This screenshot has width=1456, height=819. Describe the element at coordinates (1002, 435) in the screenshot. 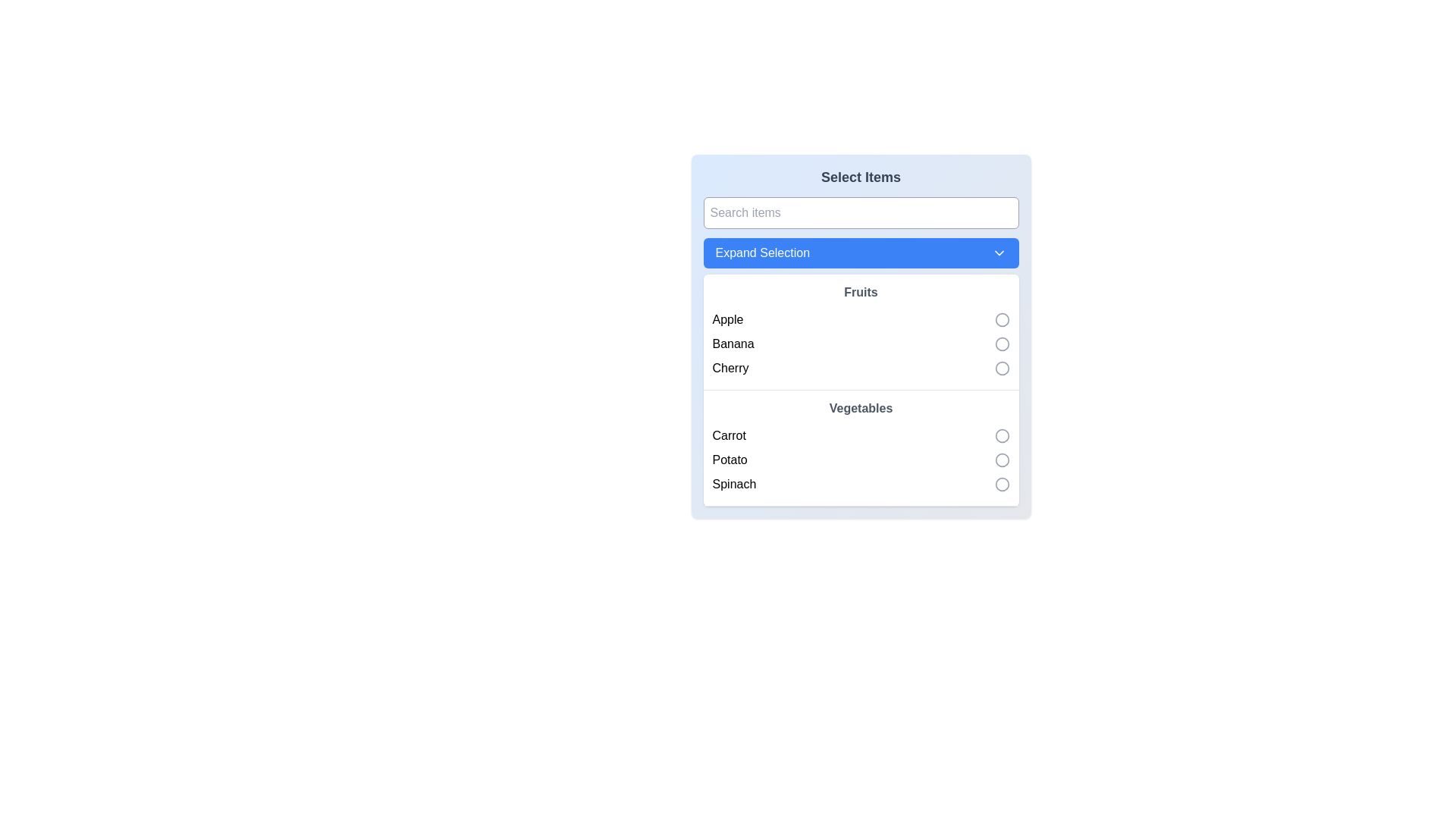

I see `the radio button for selecting the 'Carrot' option in the 'Vegetables' section of the structured selection interface` at that location.